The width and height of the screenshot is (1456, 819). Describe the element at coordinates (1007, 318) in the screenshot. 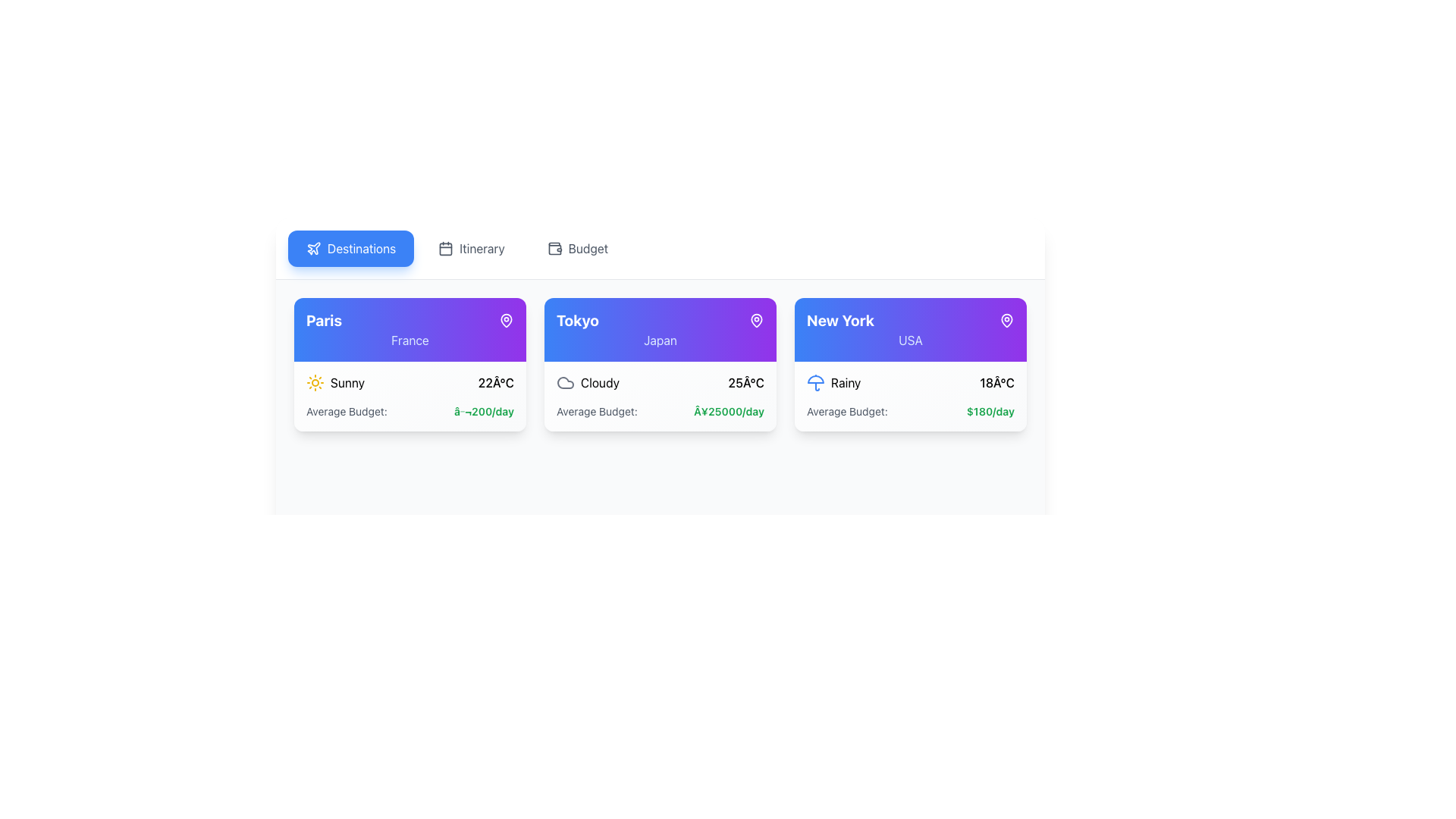

I see `the purple map pin icon located in the top-right corner of the New York card, which is the third card in a horizontal layout` at that location.